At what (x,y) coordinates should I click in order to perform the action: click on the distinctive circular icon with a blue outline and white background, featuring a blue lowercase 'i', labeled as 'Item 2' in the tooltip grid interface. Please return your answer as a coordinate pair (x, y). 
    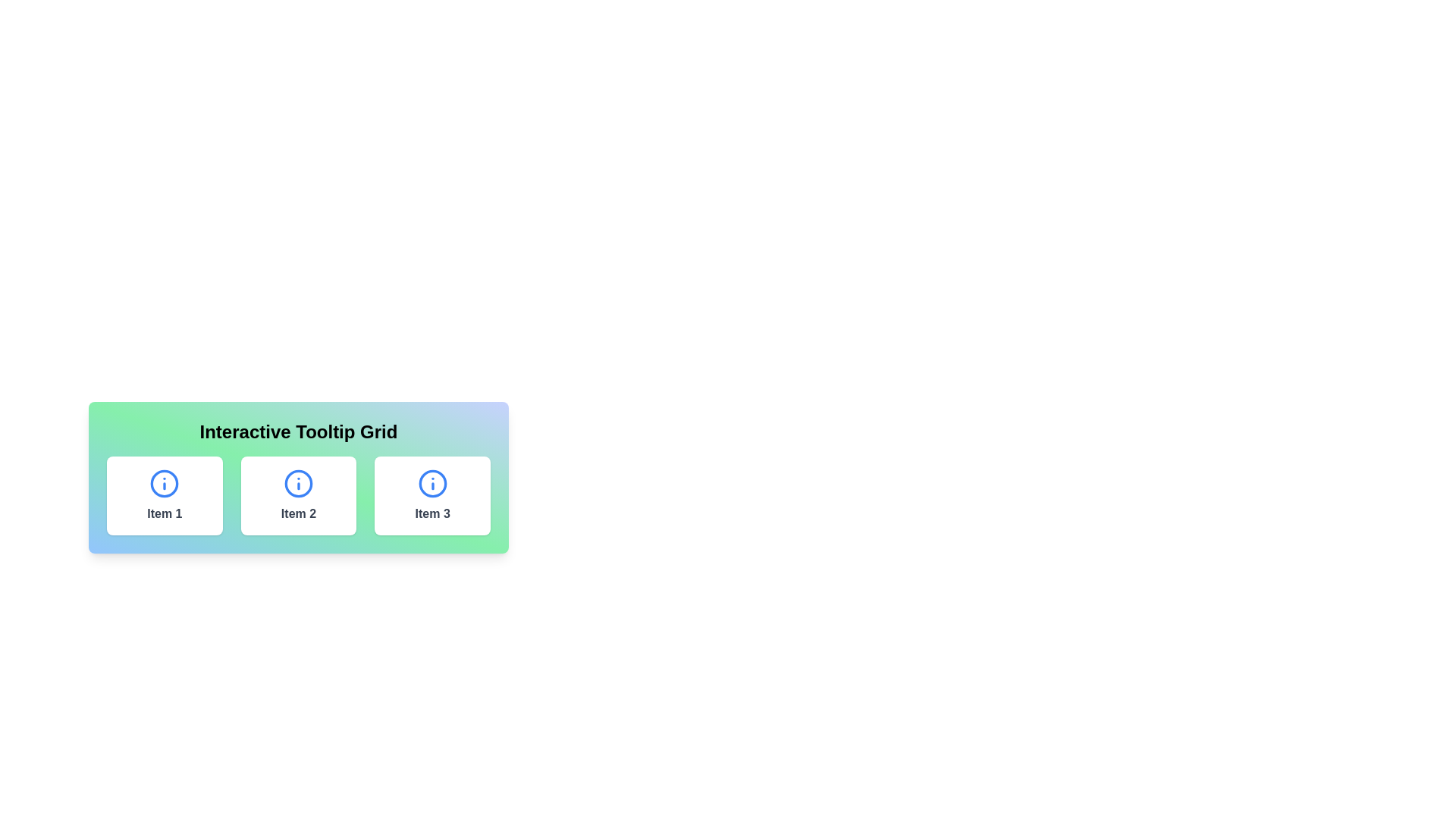
    Looking at the image, I should click on (298, 483).